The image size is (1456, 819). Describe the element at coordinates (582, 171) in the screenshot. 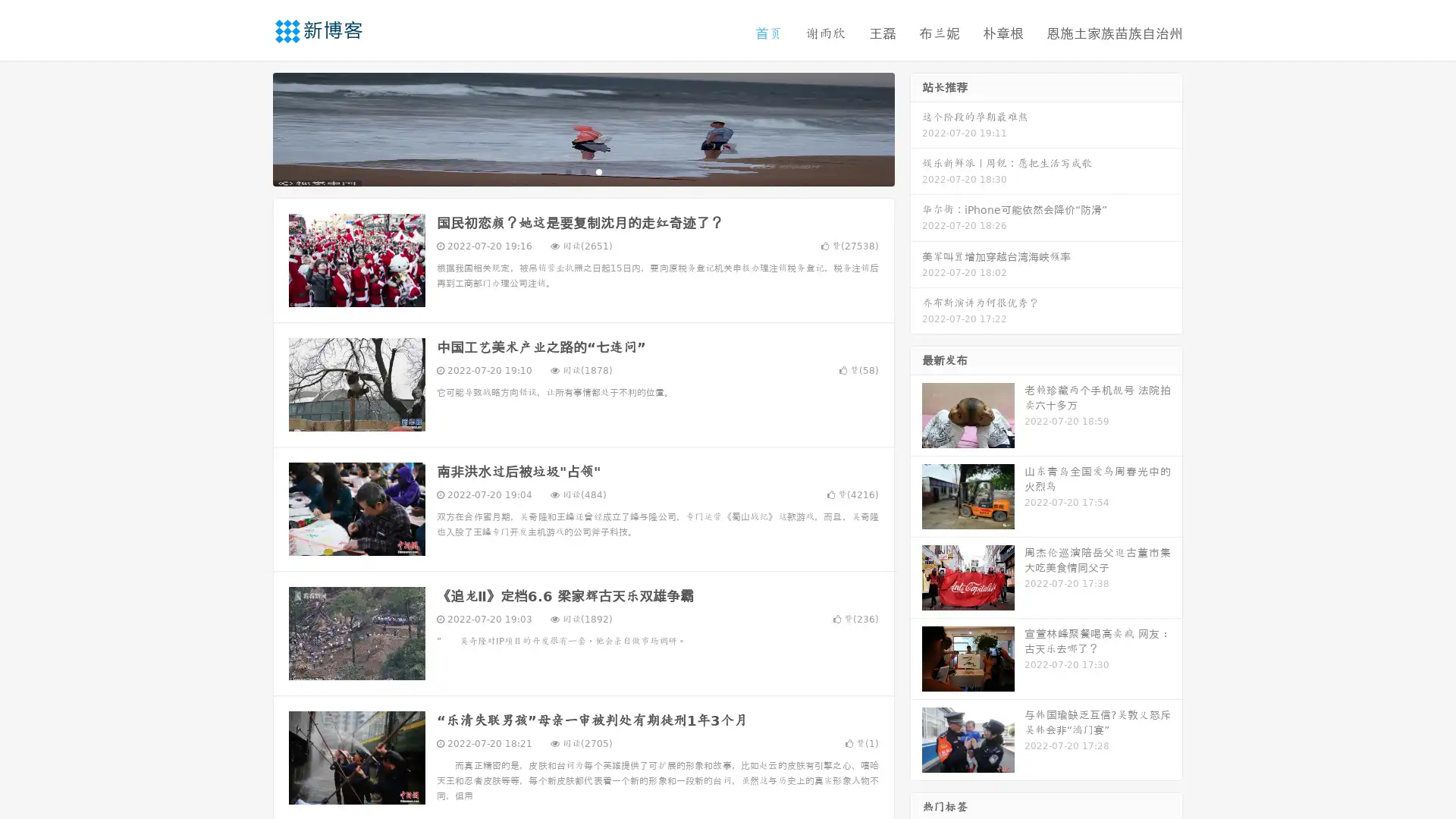

I see `Go to slide 2` at that location.